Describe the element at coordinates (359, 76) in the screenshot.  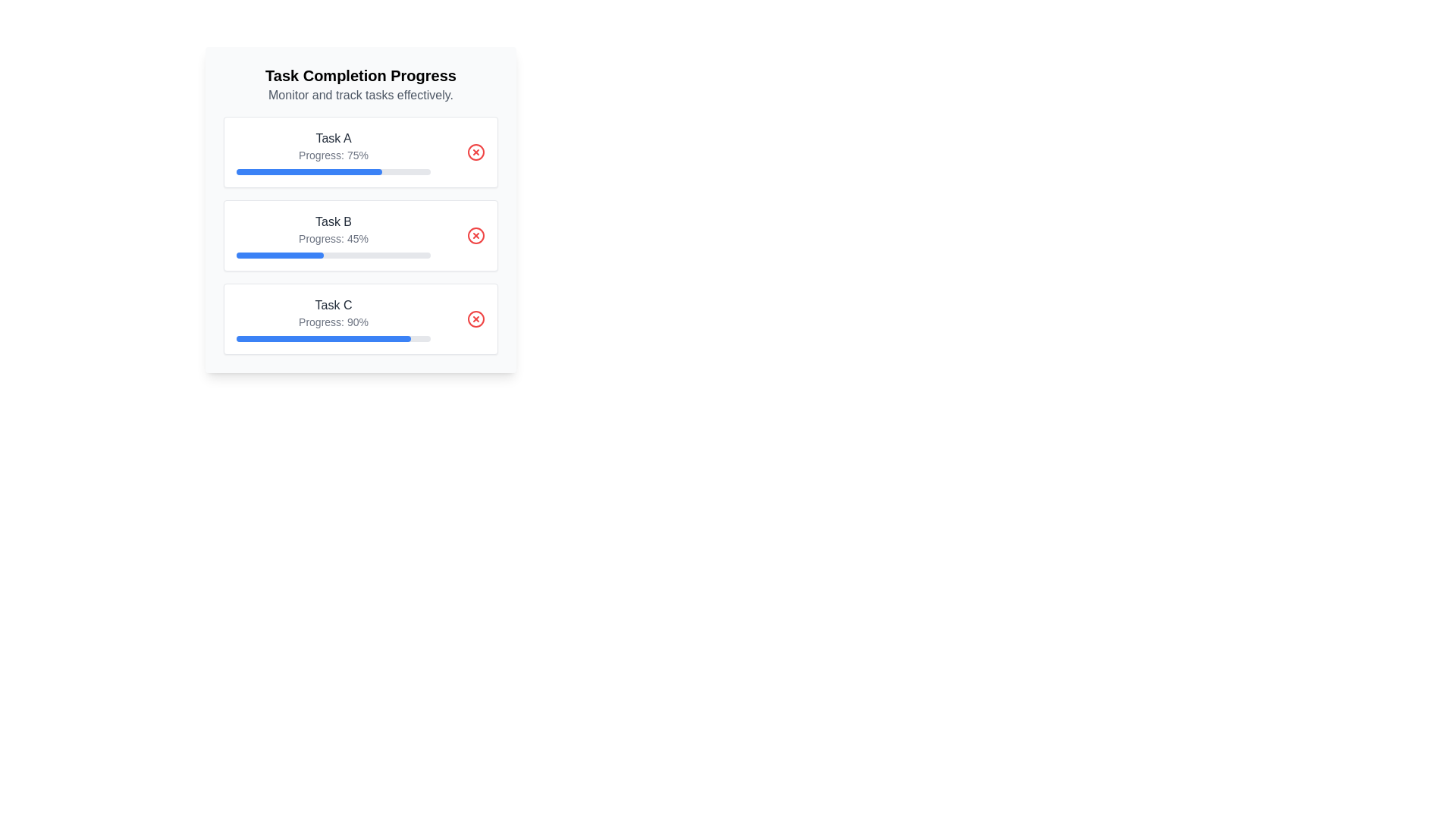
I see `the 'Task Completion Progress' text label which is styled as a bold header at the top of the component` at that location.